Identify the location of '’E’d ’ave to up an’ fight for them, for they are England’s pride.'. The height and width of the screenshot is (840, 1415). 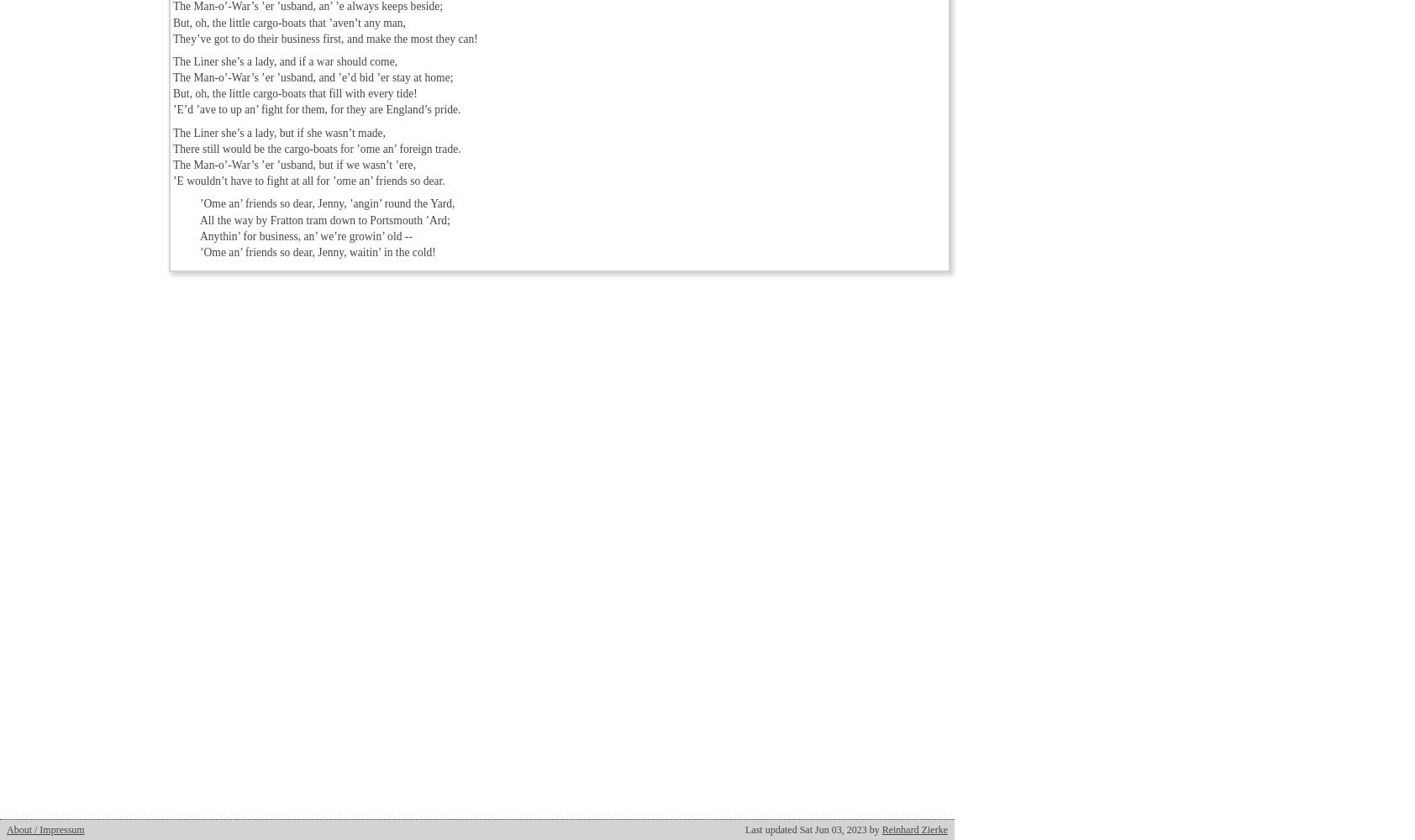
(317, 109).